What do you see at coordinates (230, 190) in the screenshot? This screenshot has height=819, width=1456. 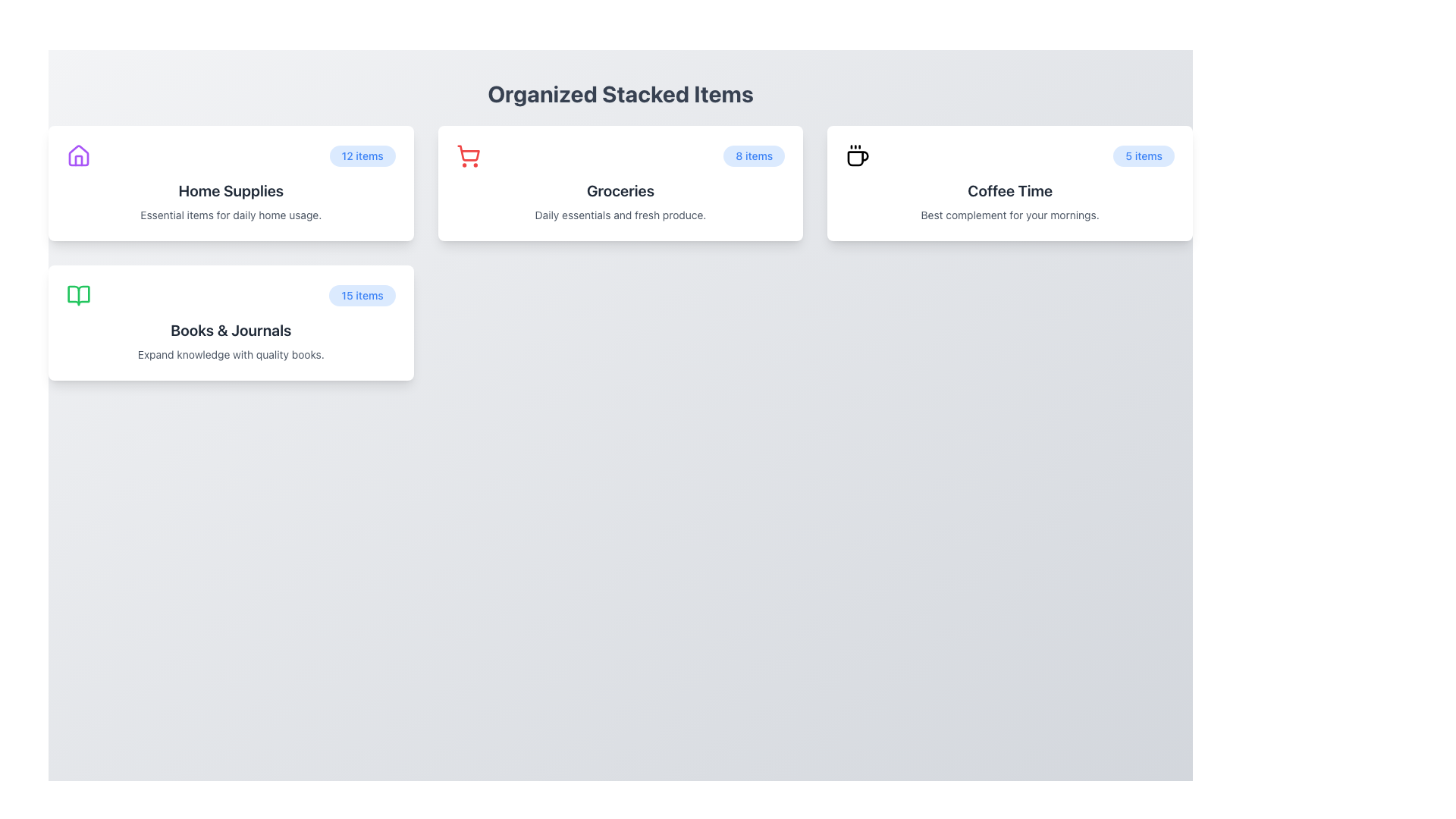 I see `text label that displays 'Home Supplies', which is prominently styled in bold dark gray and located centrally in the first card of the grid layout, positioned below the '12 items' badge` at bounding box center [230, 190].